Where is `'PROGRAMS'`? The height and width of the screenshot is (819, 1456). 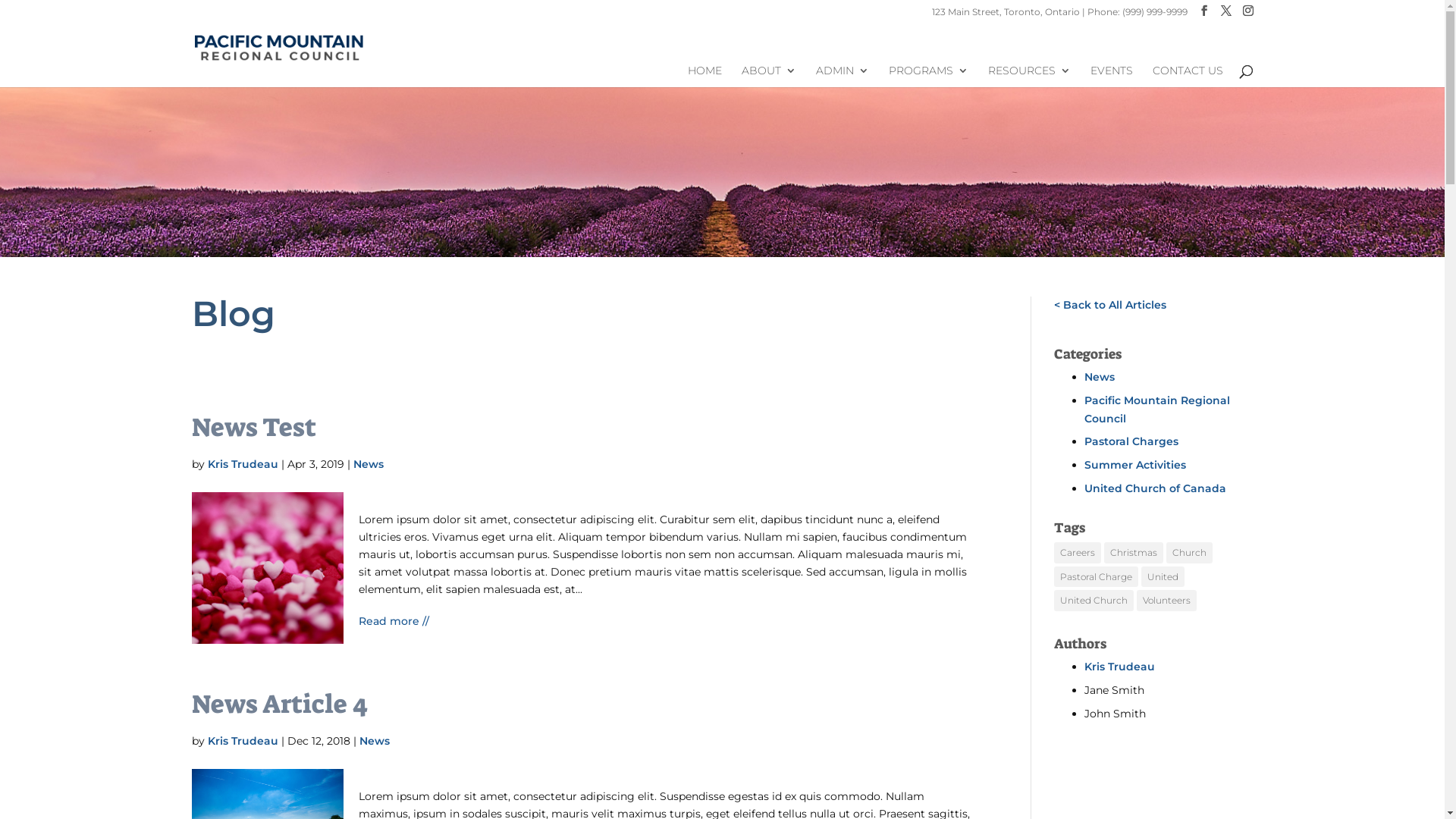 'PROGRAMS' is located at coordinates (927, 76).